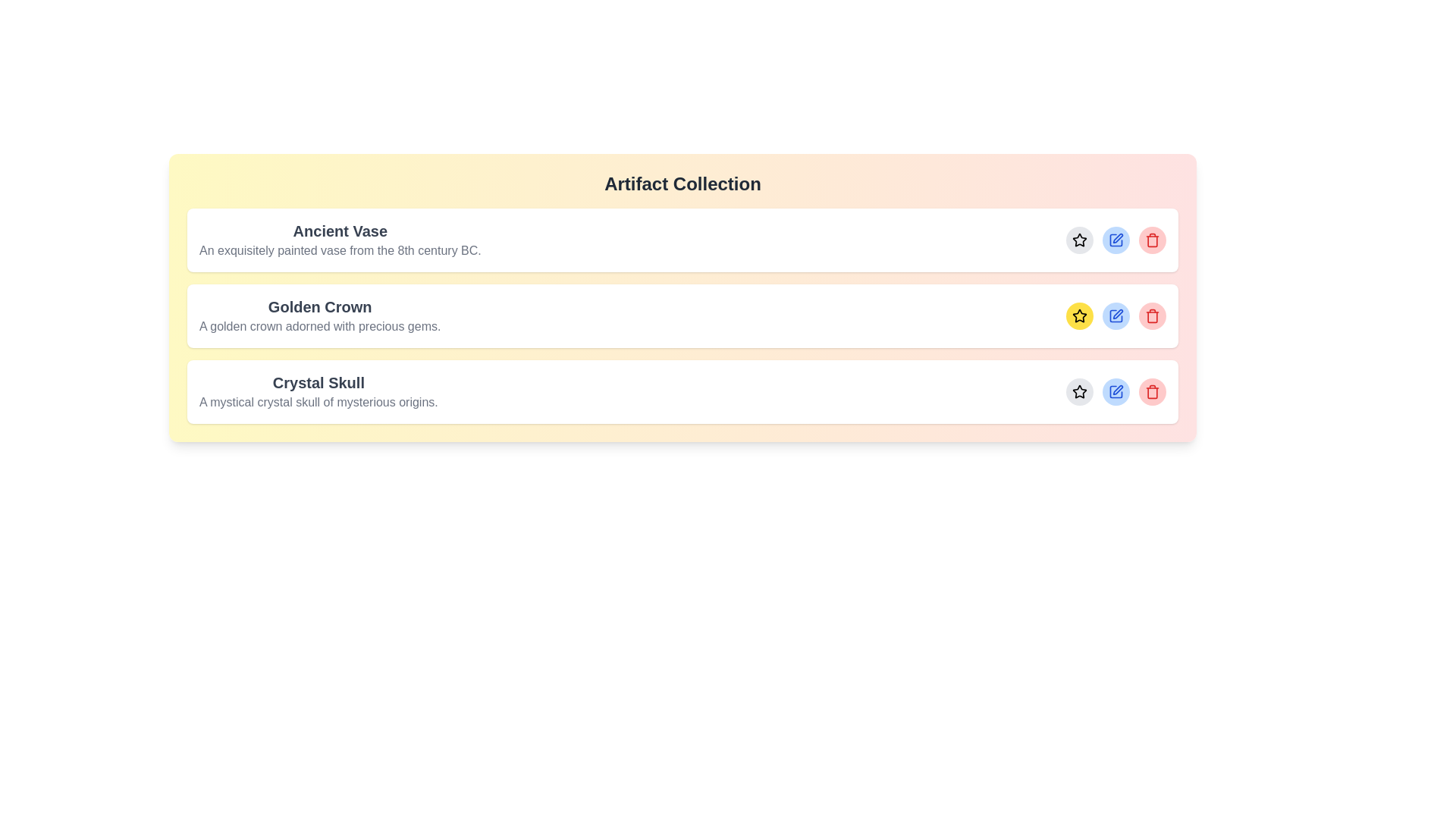 The image size is (1456, 819). Describe the element at coordinates (1079, 239) in the screenshot. I see `the star button corresponding to the artifact named Ancient Vase to toggle its 'like' status` at that location.